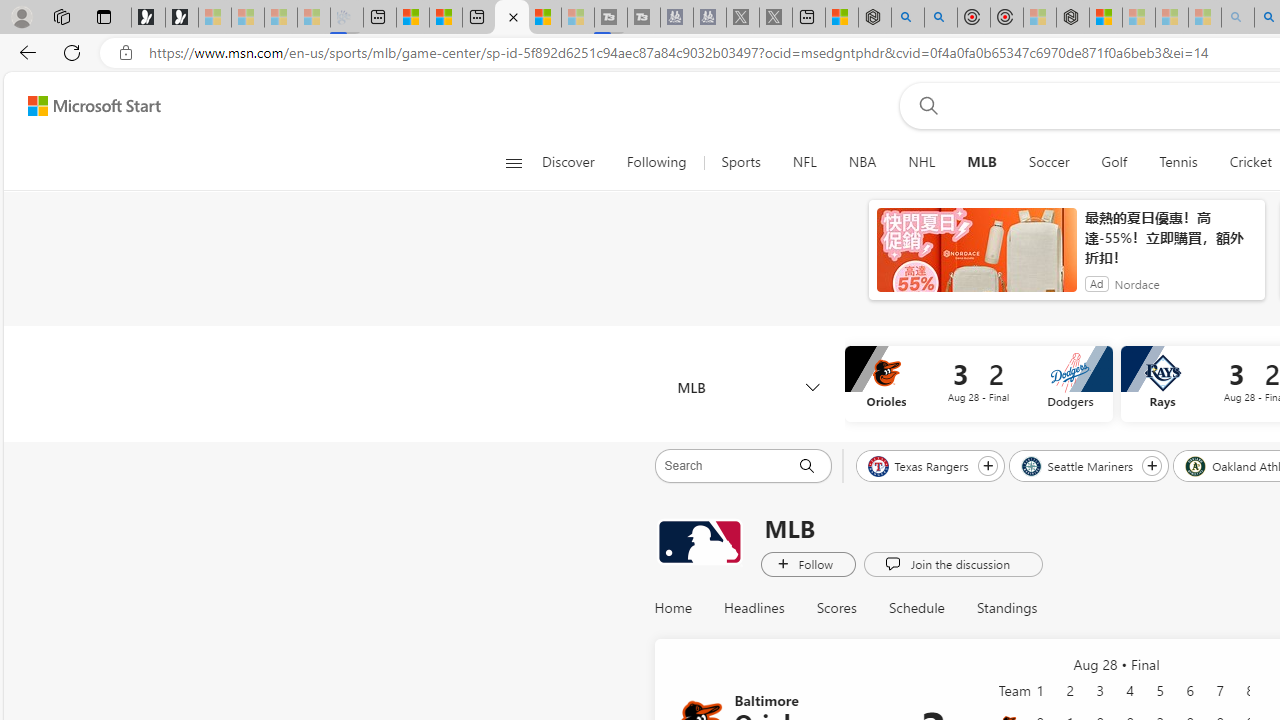  What do you see at coordinates (978, 384) in the screenshot?
I see `'Orioles 3 vs Dodgers 2Final Date Aug 28'` at bounding box center [978, 384].